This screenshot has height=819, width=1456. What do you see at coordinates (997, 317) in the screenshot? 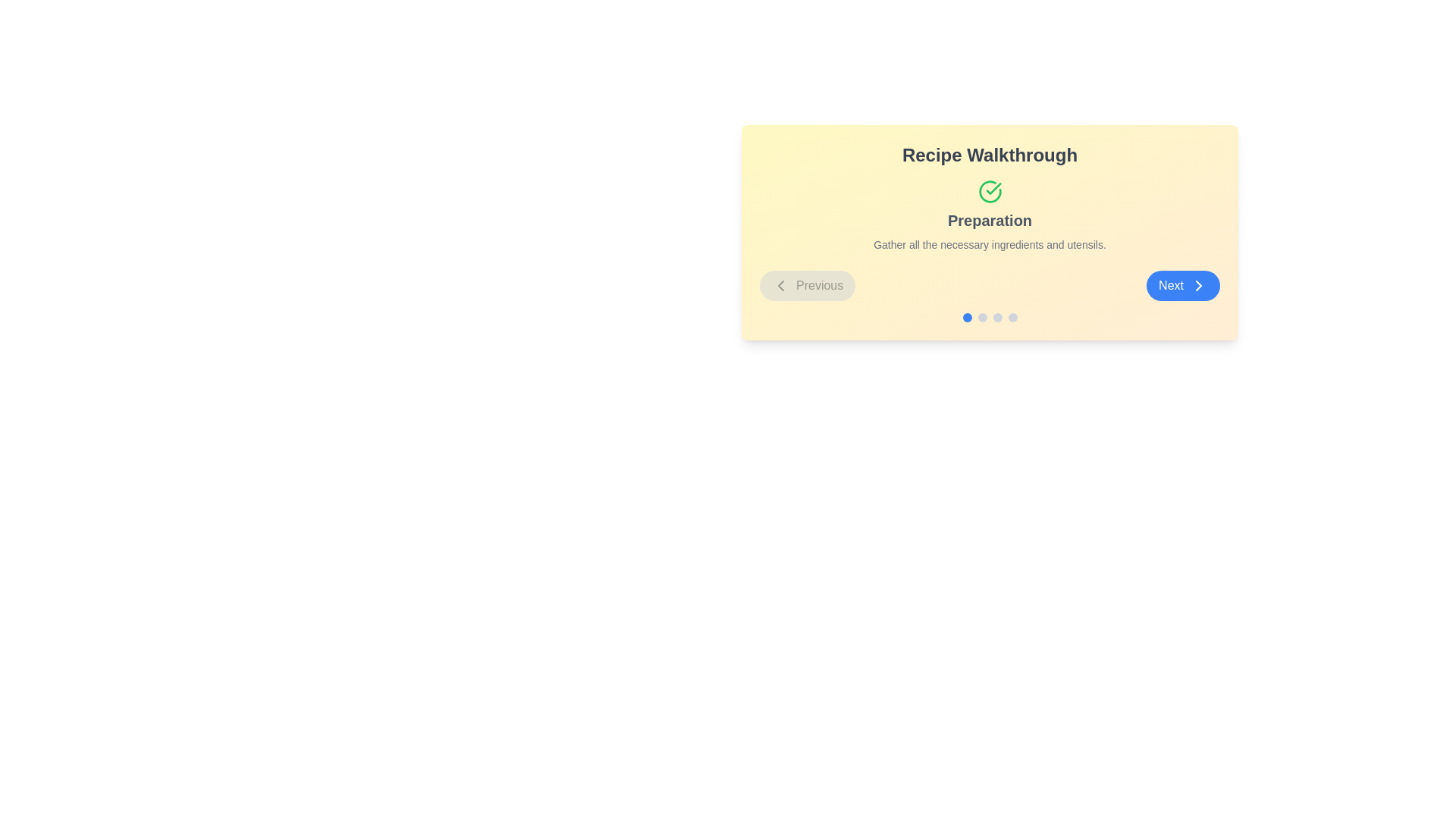
I see `the third step indicator in the multi-step process located near the bottom-center of the interface` at bounding box center [997, 317].